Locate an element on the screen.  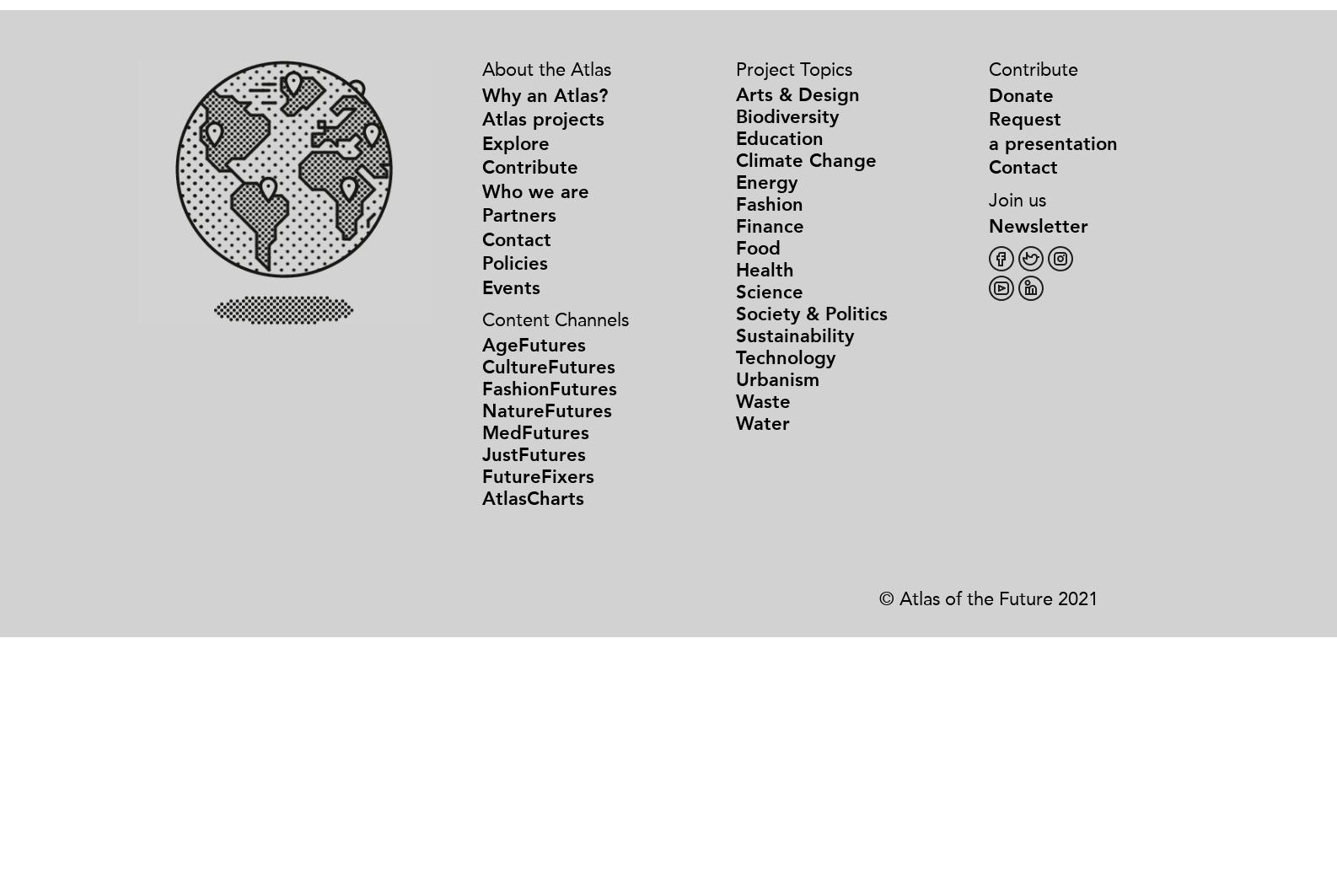
'Fashion' is located at coordinates (767, 203).